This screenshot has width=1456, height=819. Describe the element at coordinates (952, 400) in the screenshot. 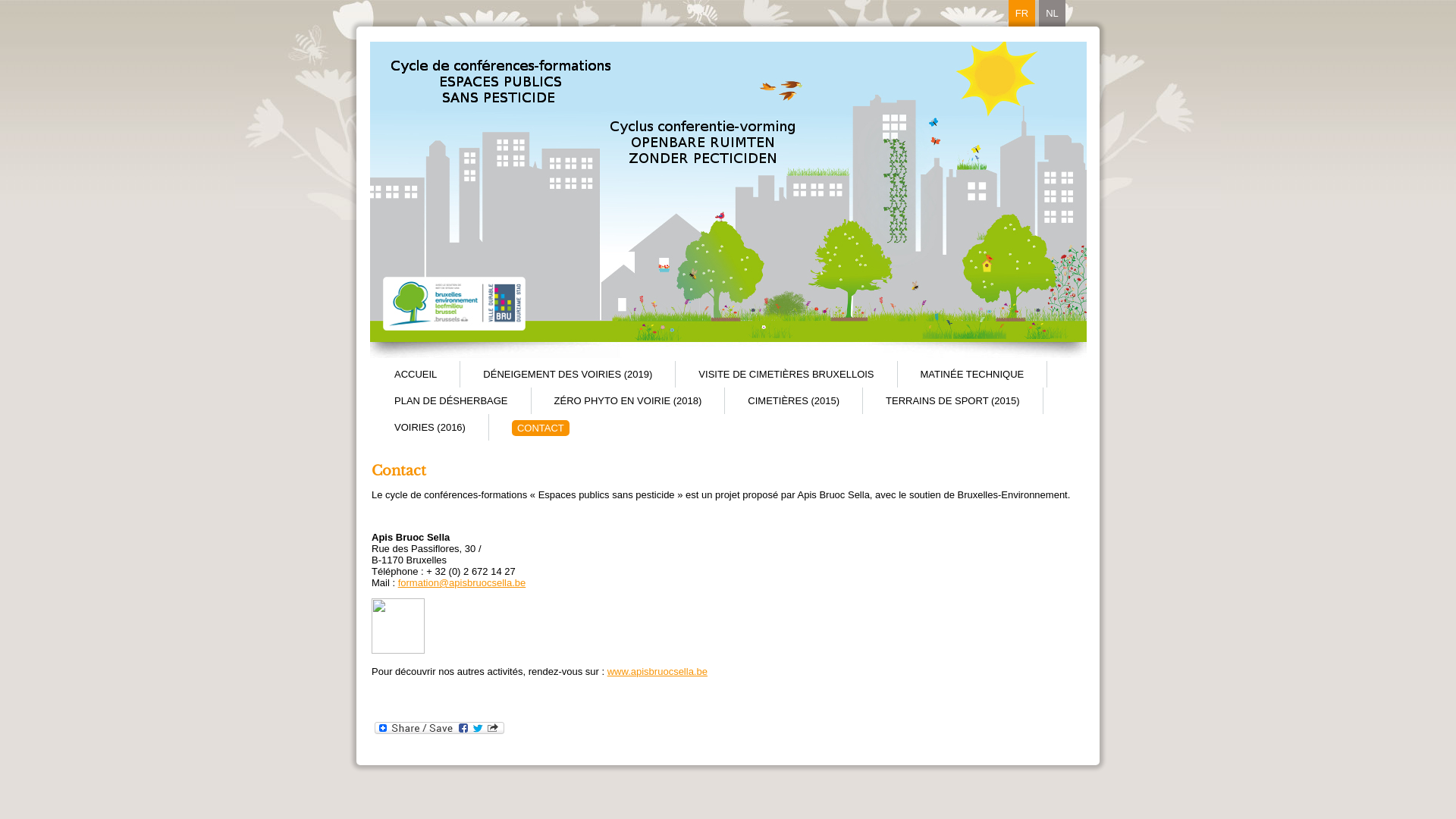

I see `'TERRAINS DE SPORT (2015)'` at that location.